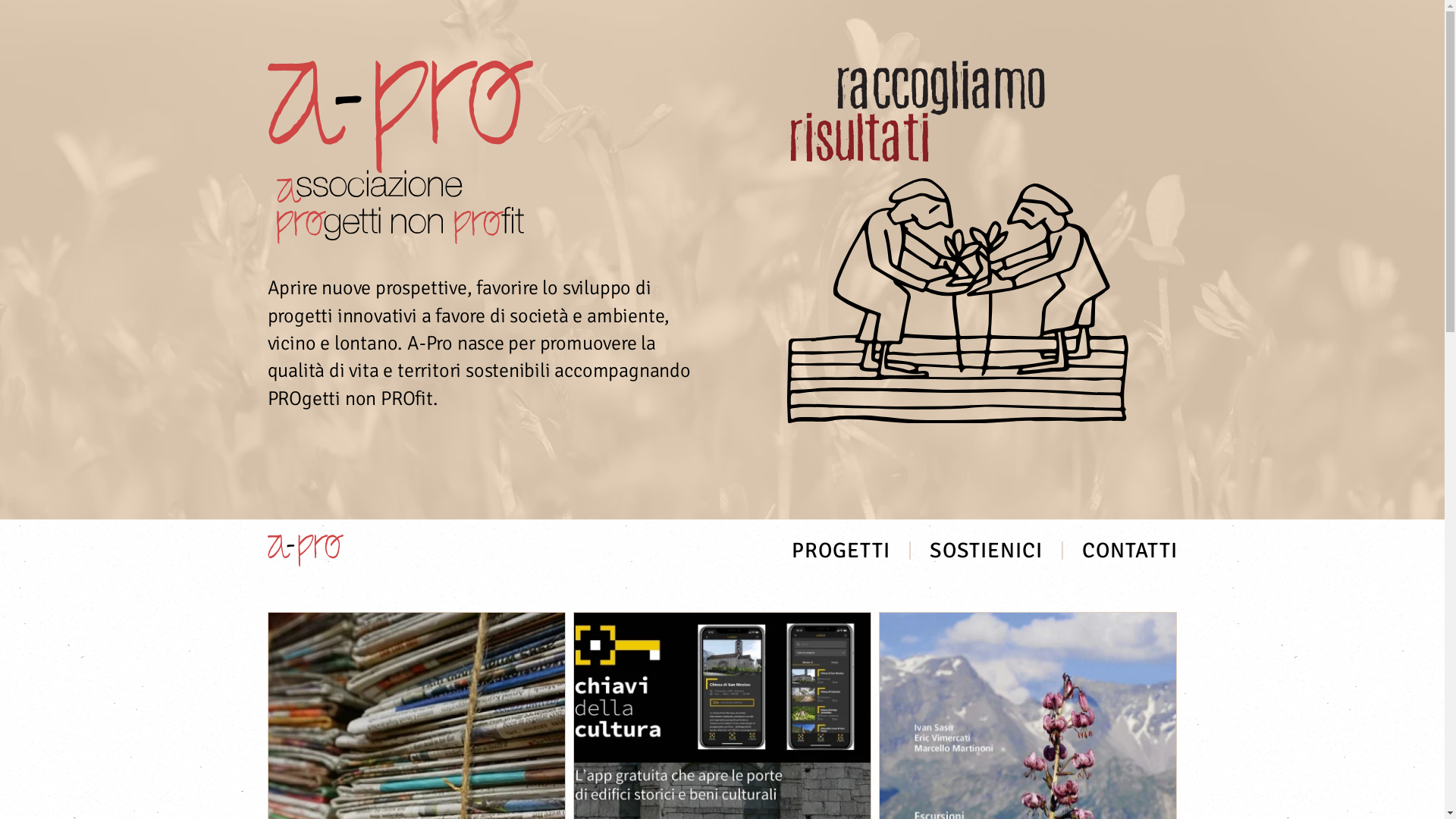 This screenshot has height=819, width=1456. I want to click on 'SOSTIENICI', so click(986, 550).